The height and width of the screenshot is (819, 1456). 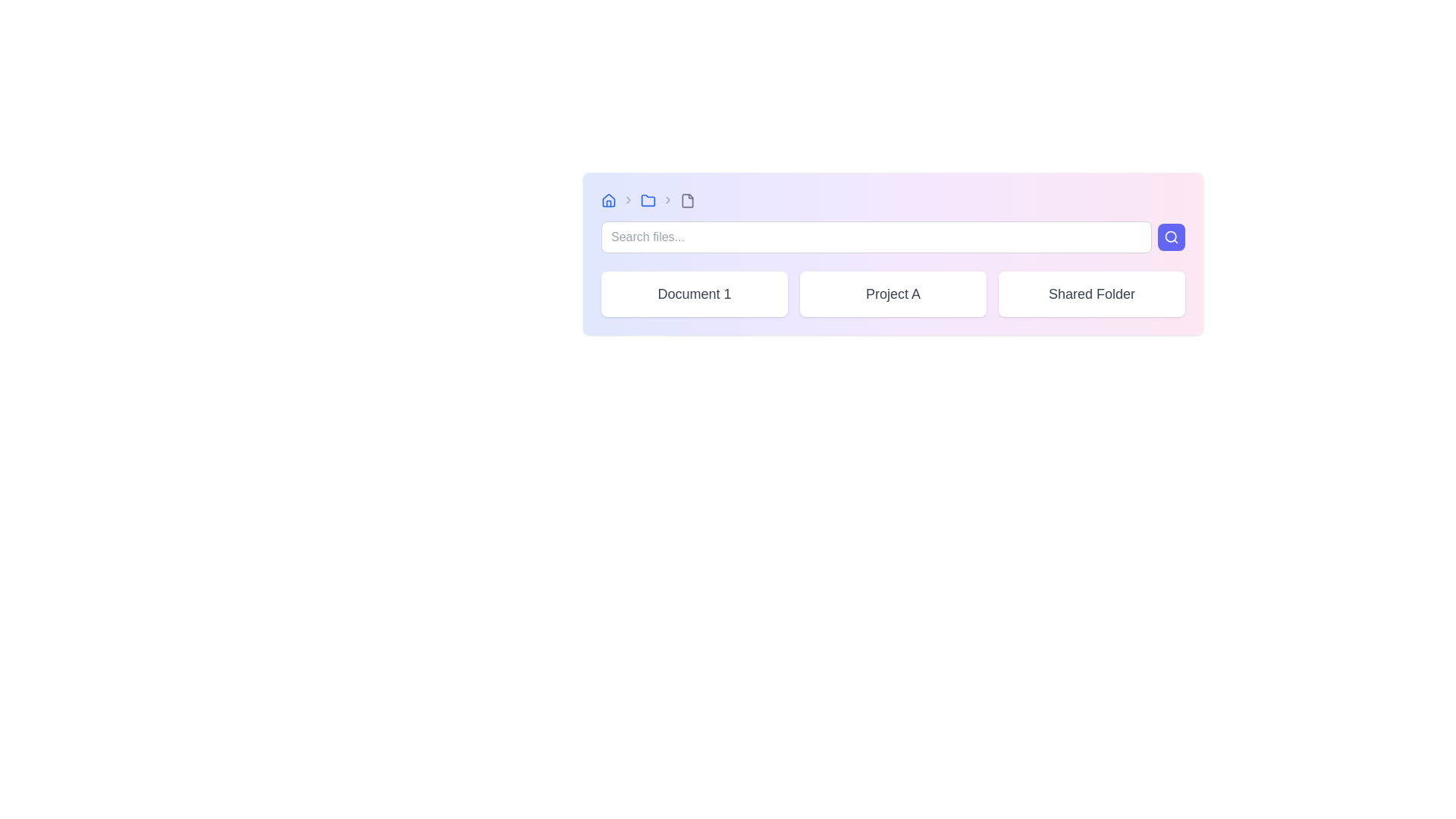 I want to click on the blue house icon located at the far left of the breadcrumb navigation bar, so click(x=608, y=199).